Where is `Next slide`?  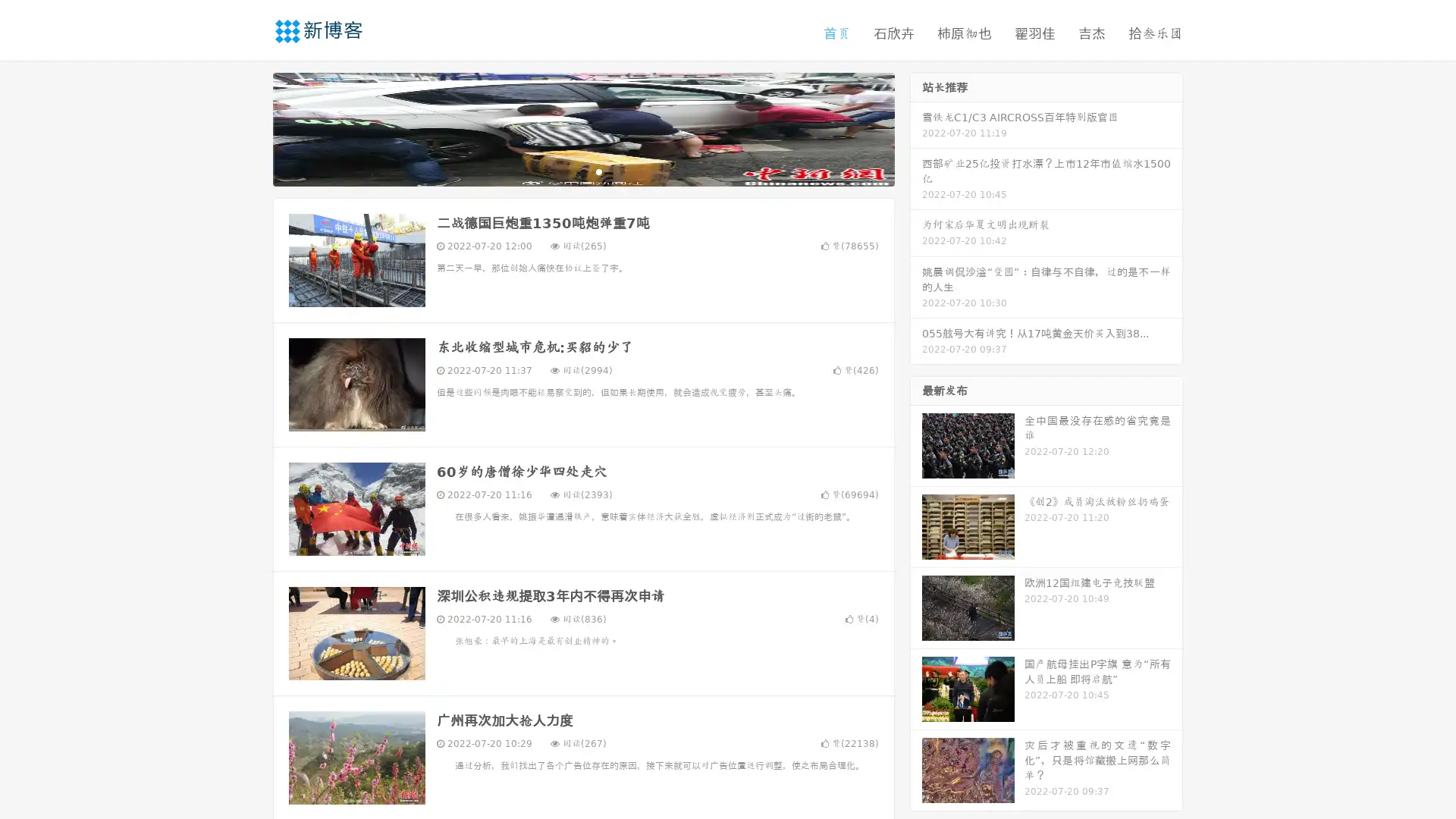 Next slide is located at coordinates (916, 127).